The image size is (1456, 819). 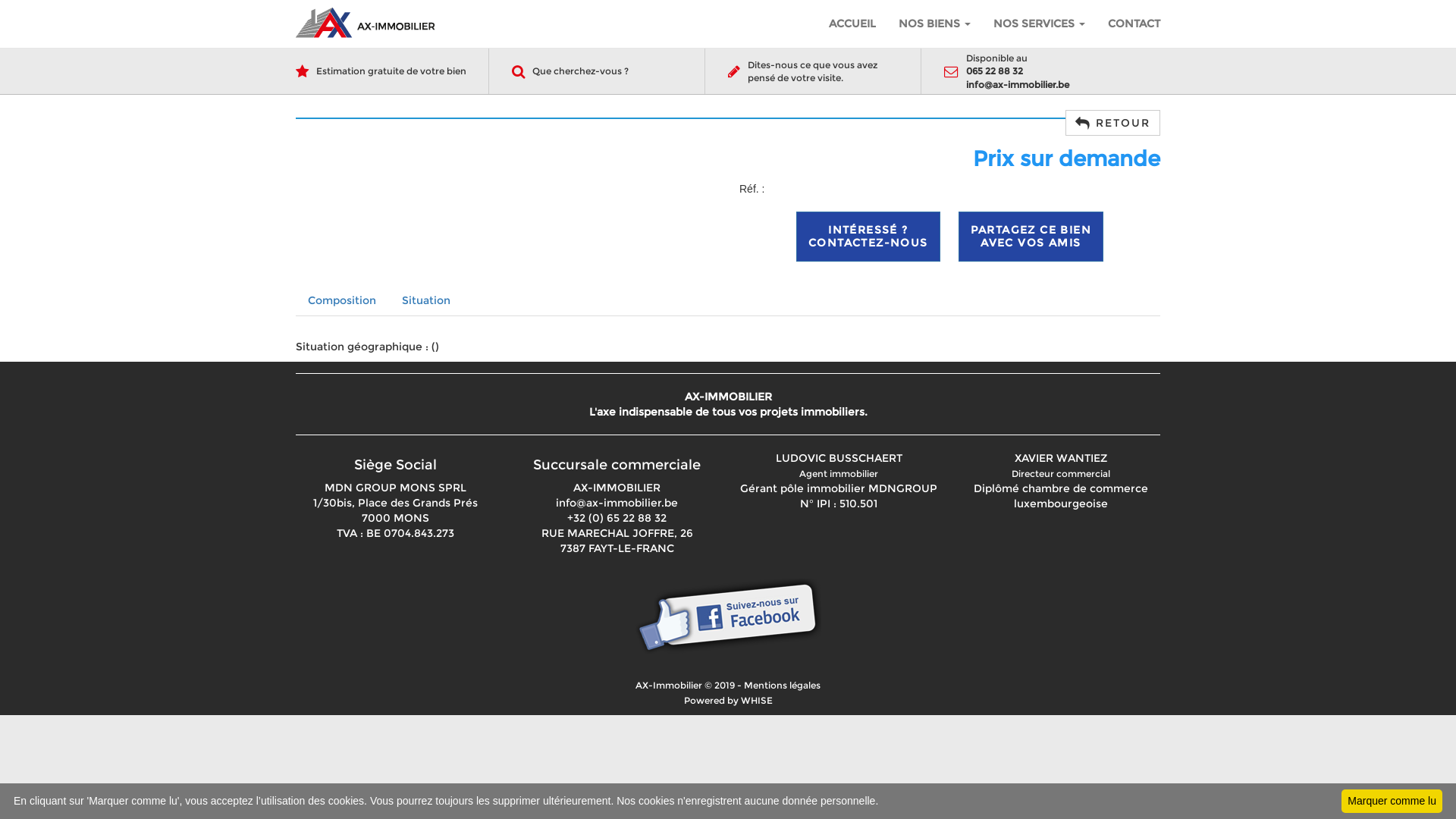 What do you see at coordinates (391, 71) in the screenshot?
I see `'Estimation gratuite de votre bien'` at bounding box center [391, 71].